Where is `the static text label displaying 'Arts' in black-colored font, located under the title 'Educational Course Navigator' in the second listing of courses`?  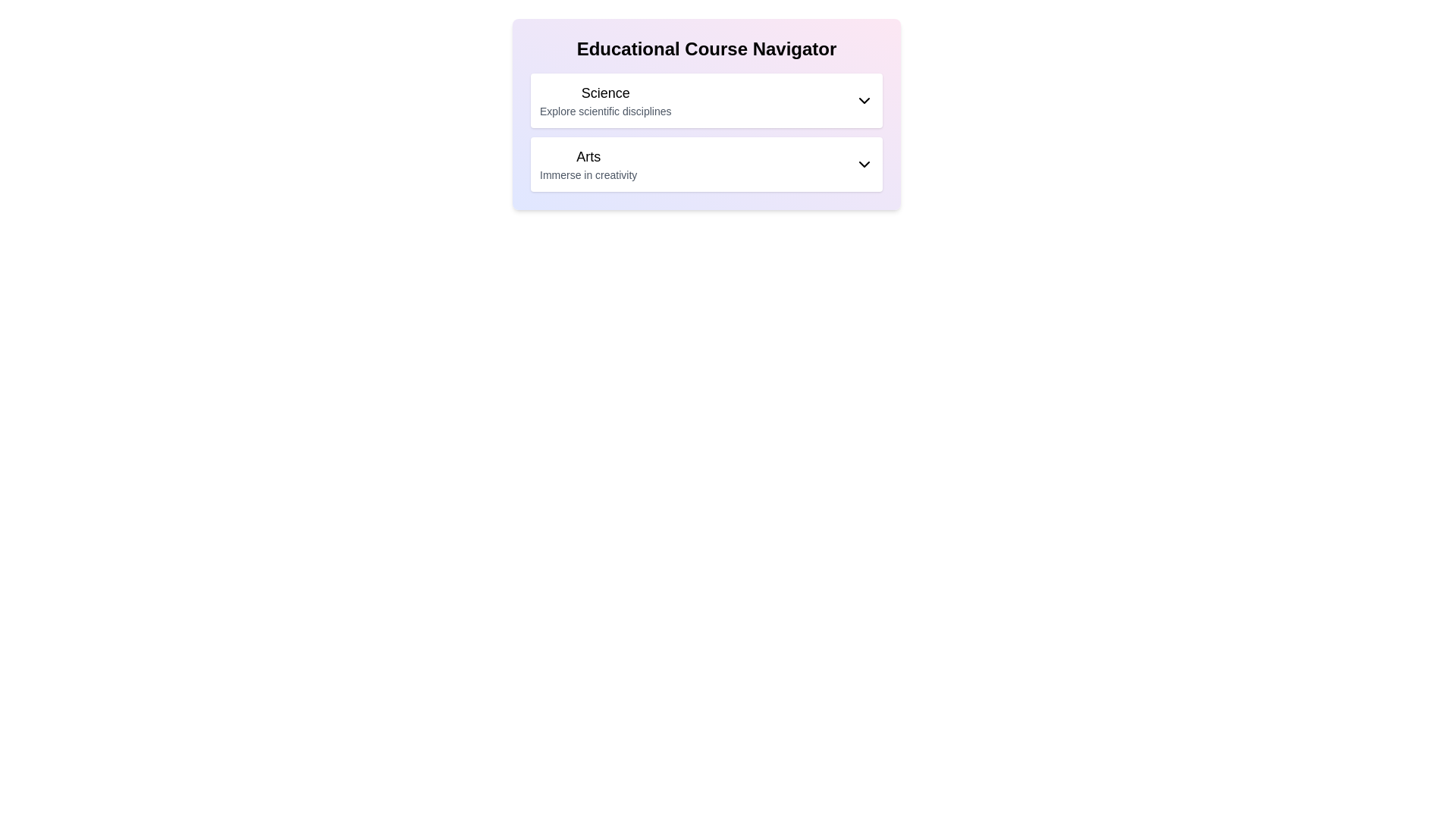 the static text label displaying 'Arts' in black-colored font, located under the title 'Educational Course Navigator' in the second listing of courses is located at coordinates (588, 157).